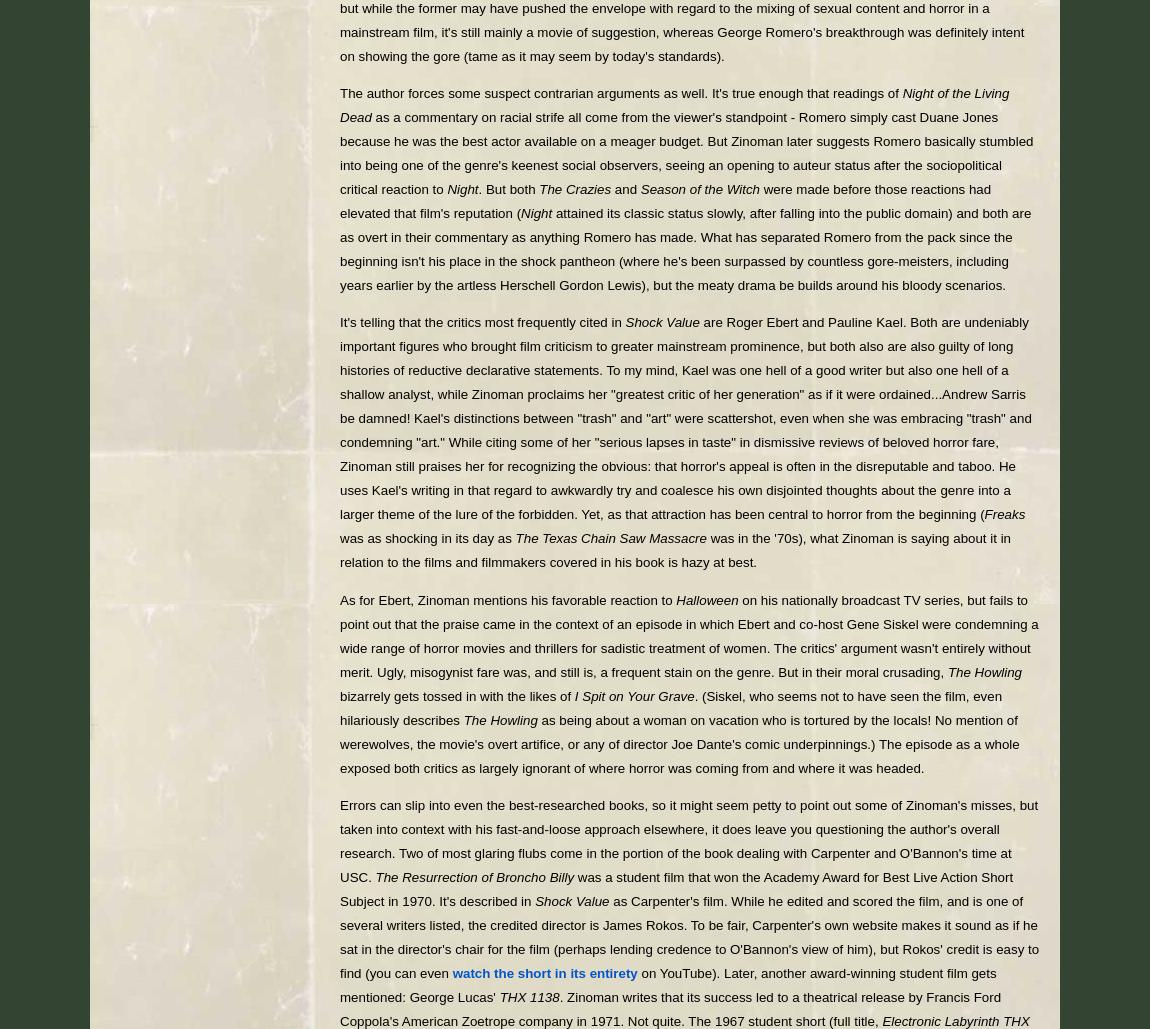 Image resolution: width=1150 pixels, height=1029 pixels. Describe the element at coordinates (529, 996) in the screenshot. I see `'THX 1138'` at that location.